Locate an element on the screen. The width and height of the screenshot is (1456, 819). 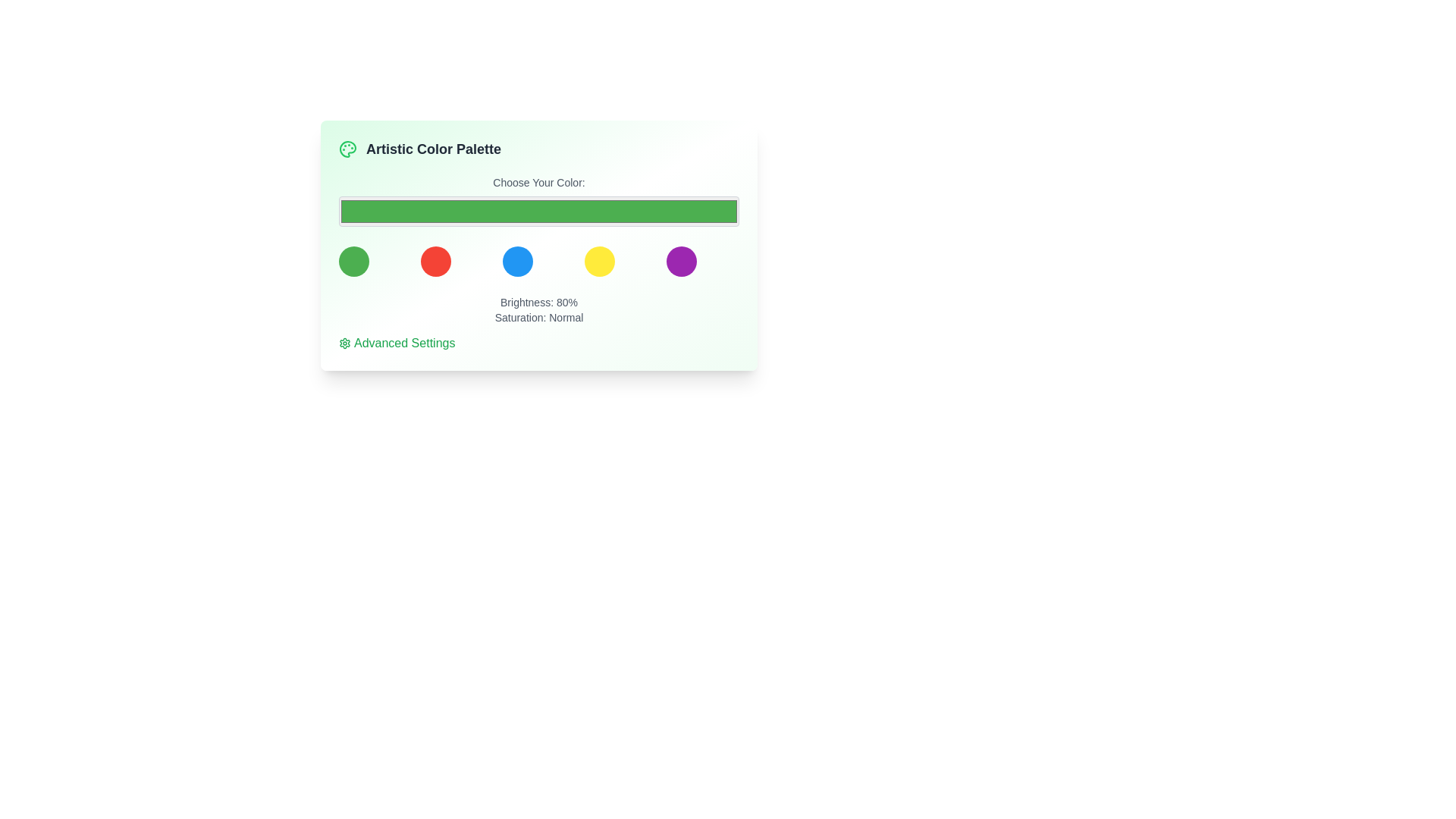
the third colored circle in the 'Choose Your Color' section of the 'Artistic Color Palette' card interface is located at coordinates (538, 260).